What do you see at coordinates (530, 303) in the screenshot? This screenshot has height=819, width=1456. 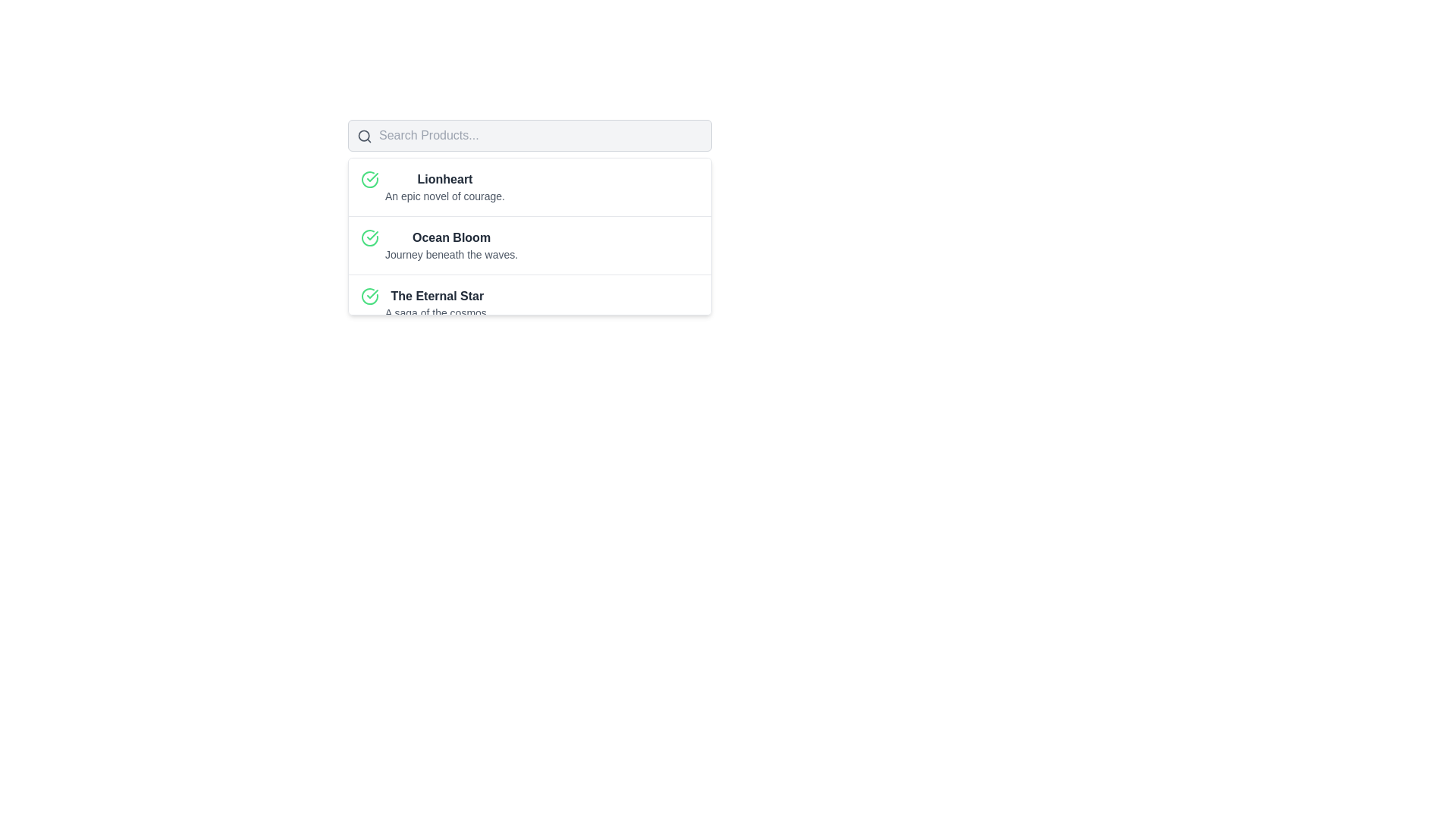 I see `the third item in the vertical list, representing the product 'The Eternal Star'` at bounding box center [530, 303].